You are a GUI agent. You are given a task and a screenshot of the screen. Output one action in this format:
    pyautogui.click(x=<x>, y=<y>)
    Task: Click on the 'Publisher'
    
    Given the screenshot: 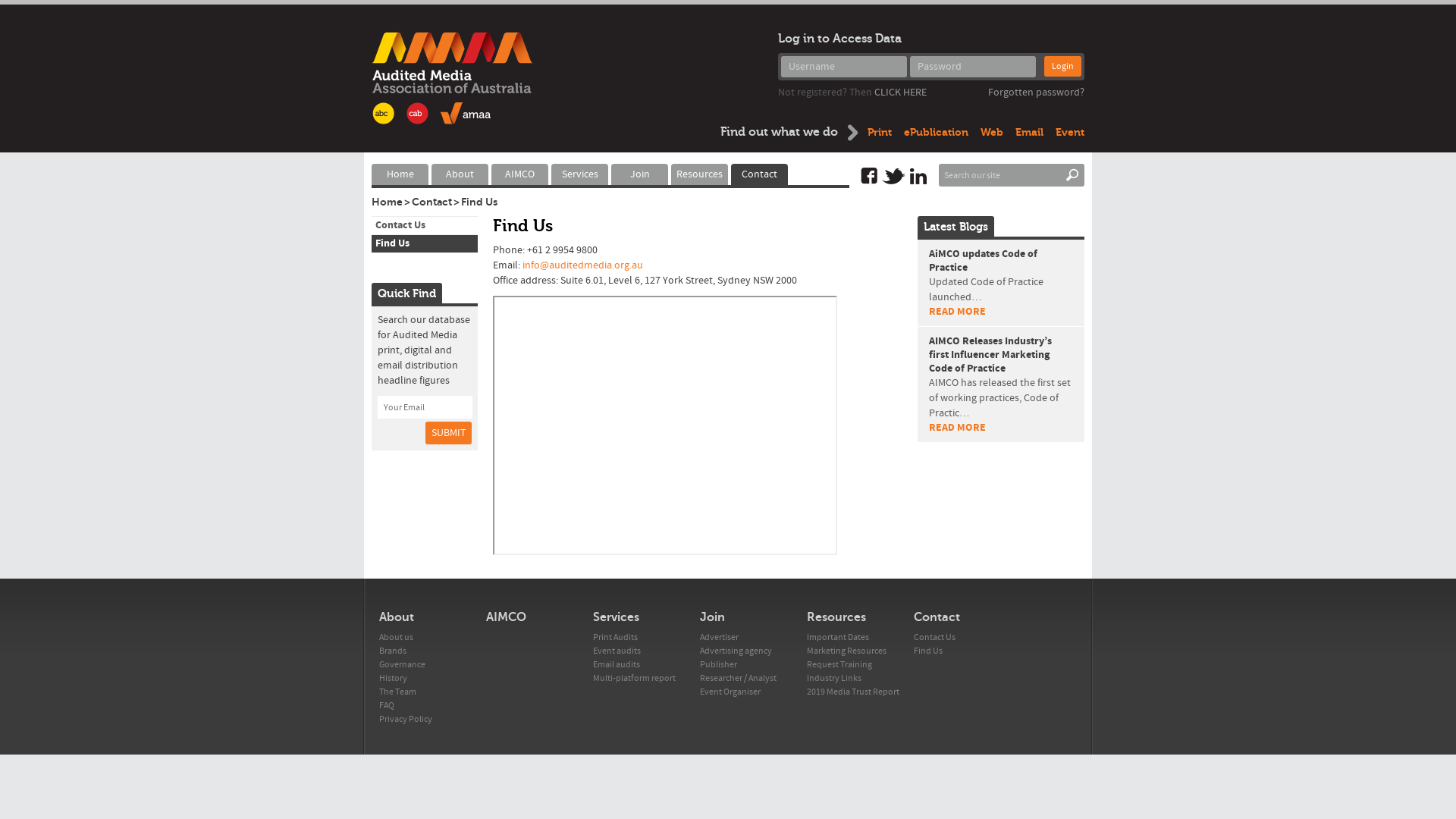 What is the action you would take?
    pyautogui.click(x=717, y=664)
    